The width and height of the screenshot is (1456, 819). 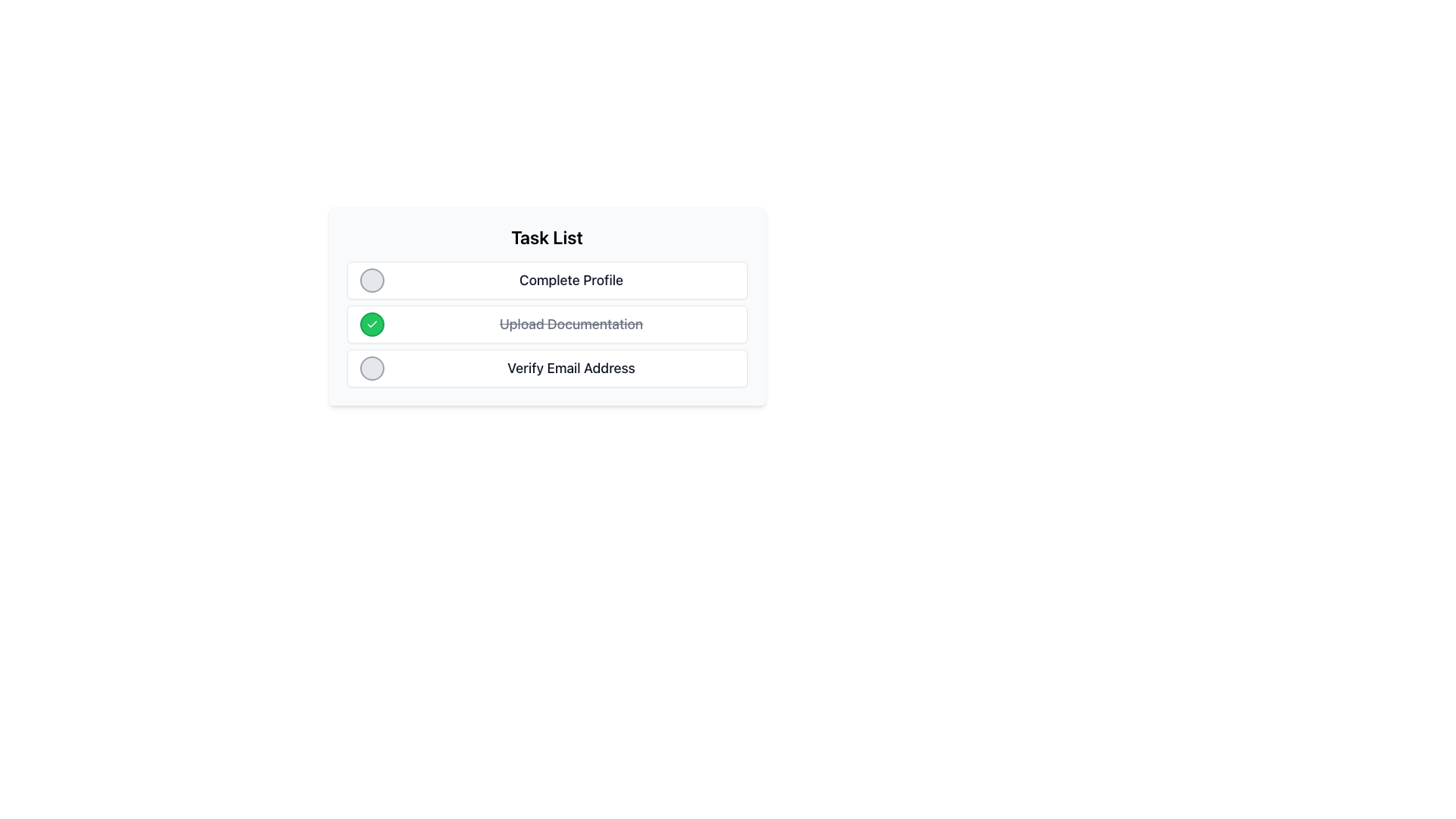 What do you see at coordinates (372, 369) in the screenshot?
I see `the circular button with a neutral gray background located to the left of 'Verify Email Address'` at bounding box center [372, 369].